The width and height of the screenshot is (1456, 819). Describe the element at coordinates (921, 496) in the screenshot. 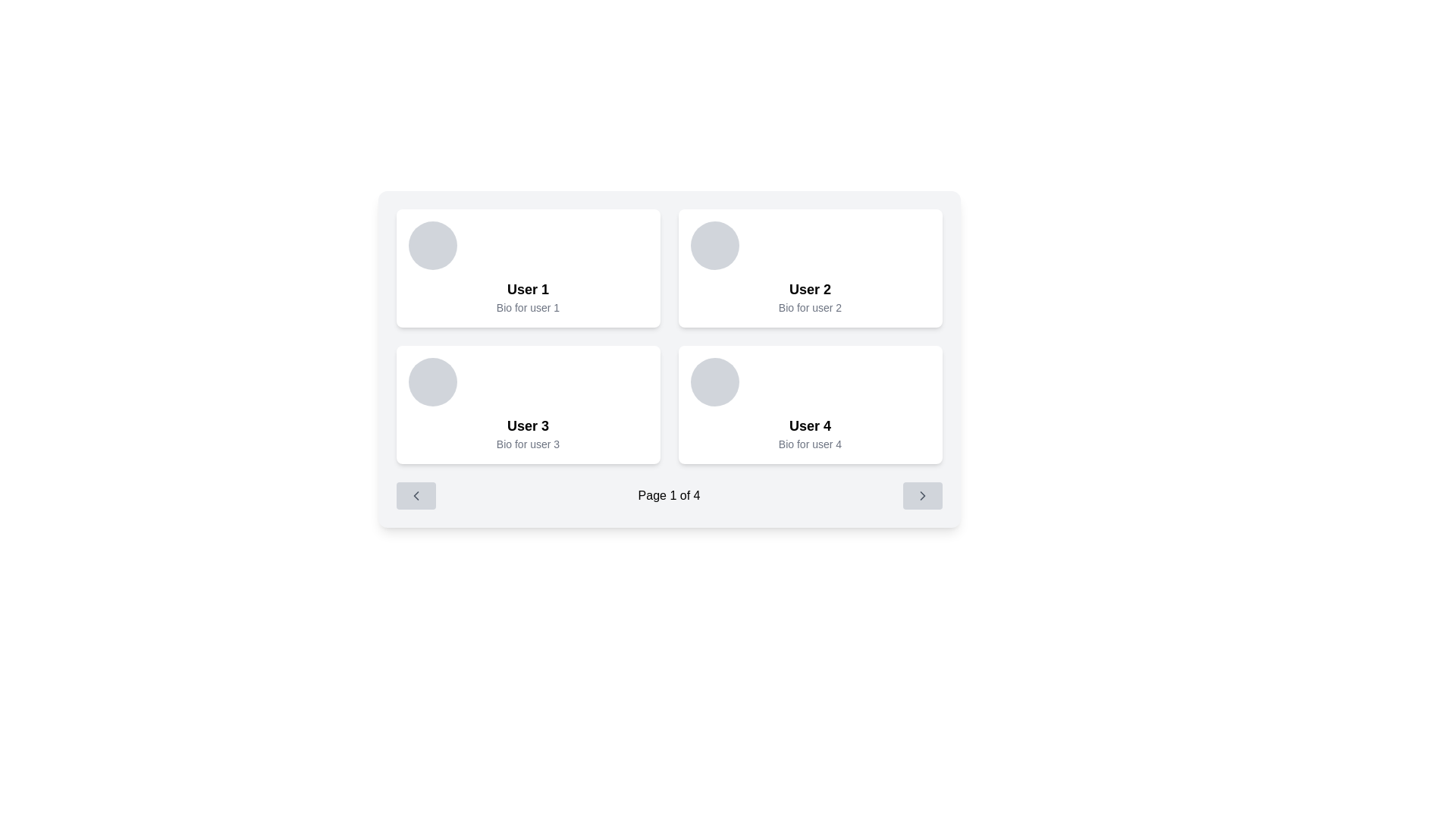

I see `the rightward-facing chevron arrow icon in the pagination control to advance to the next page` at that location.